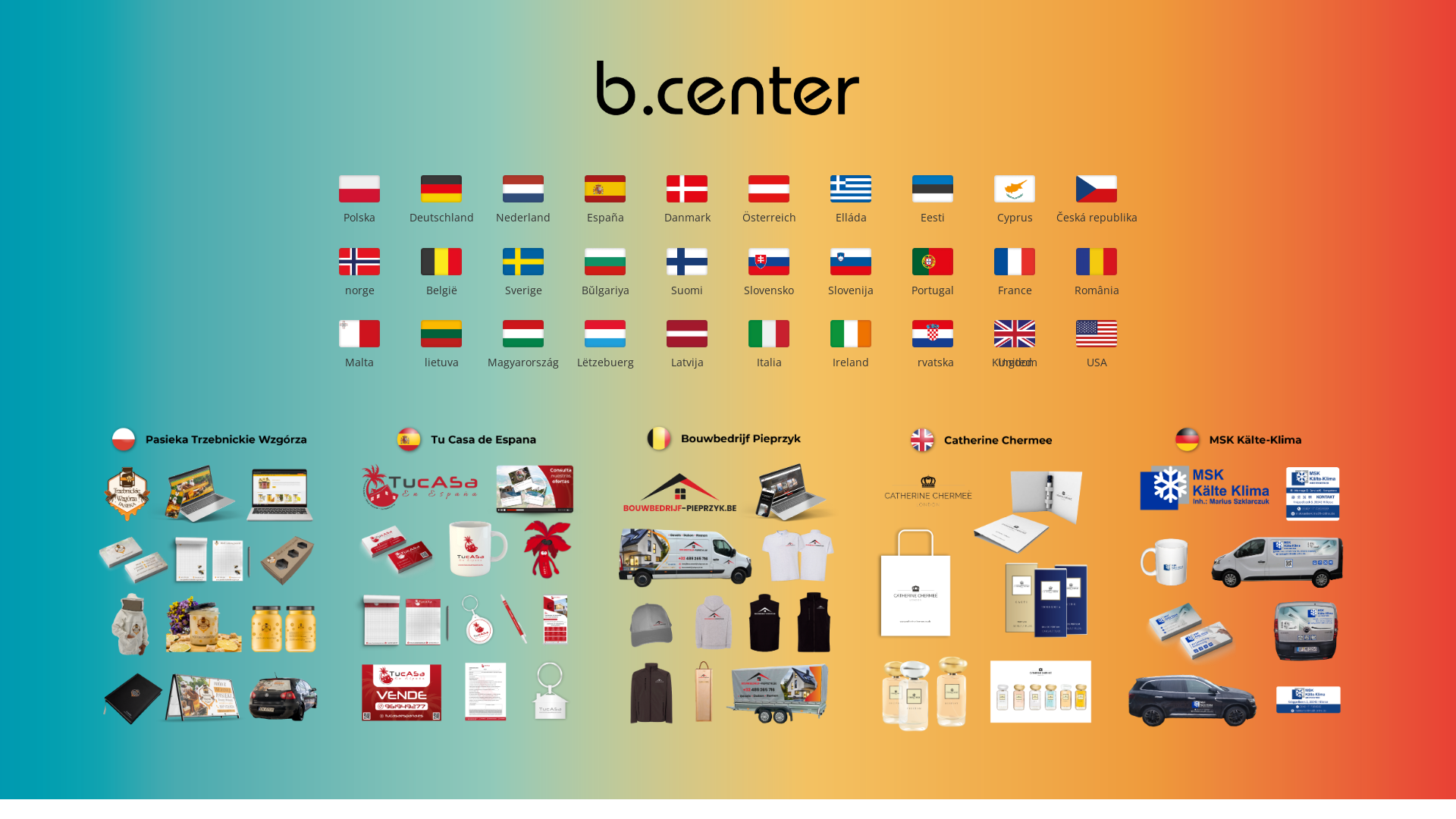  What do you see at coordinates (686, 362) in the screenshot?
I see `'Latvija'` at bounding box center [686, 362].